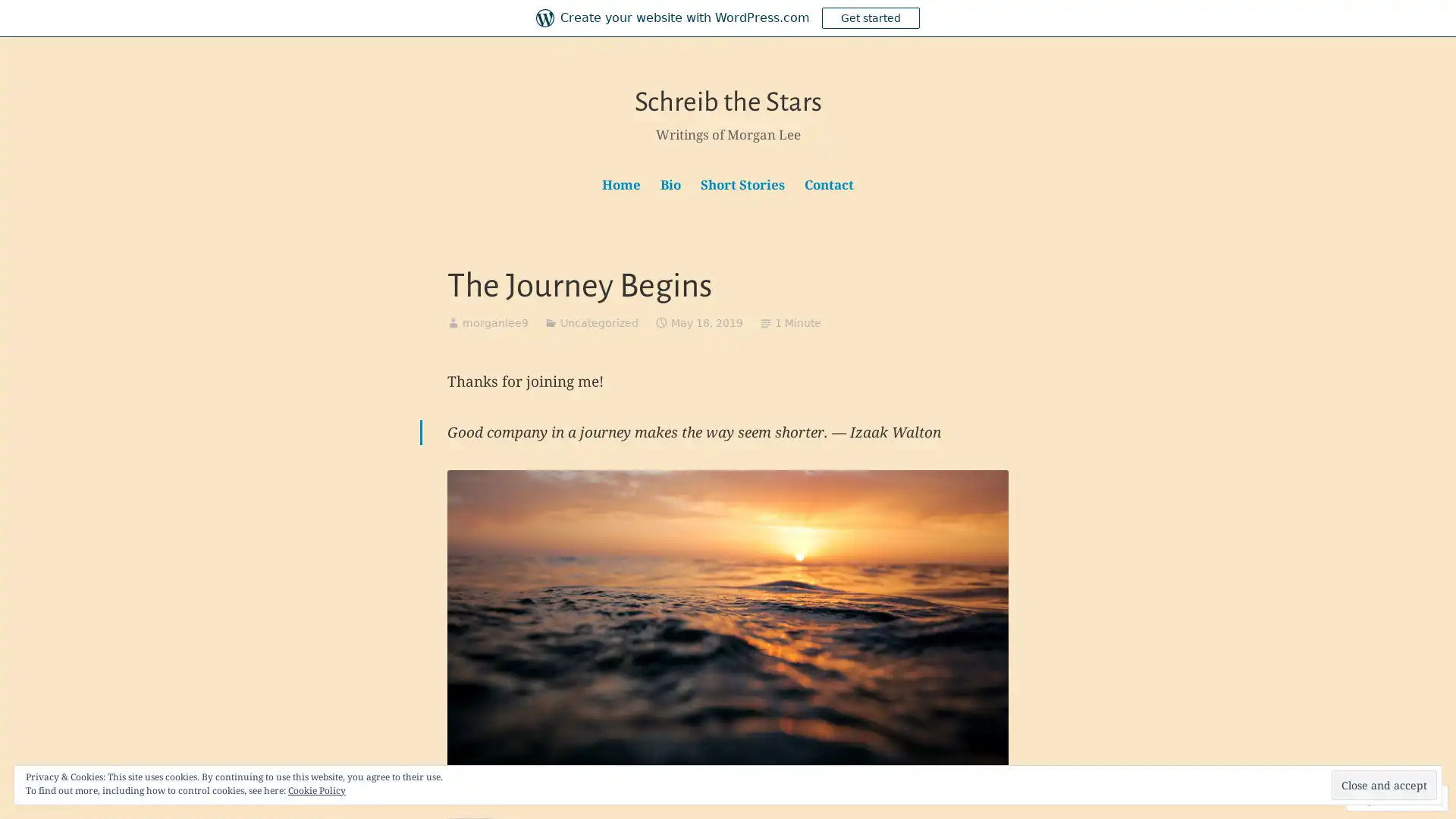 This screenshot has height=819, width=1456. What do you see at coordinates (1384, 785) in the screenshot?
I see `Close and accept` at bounding box center [1384, 785].